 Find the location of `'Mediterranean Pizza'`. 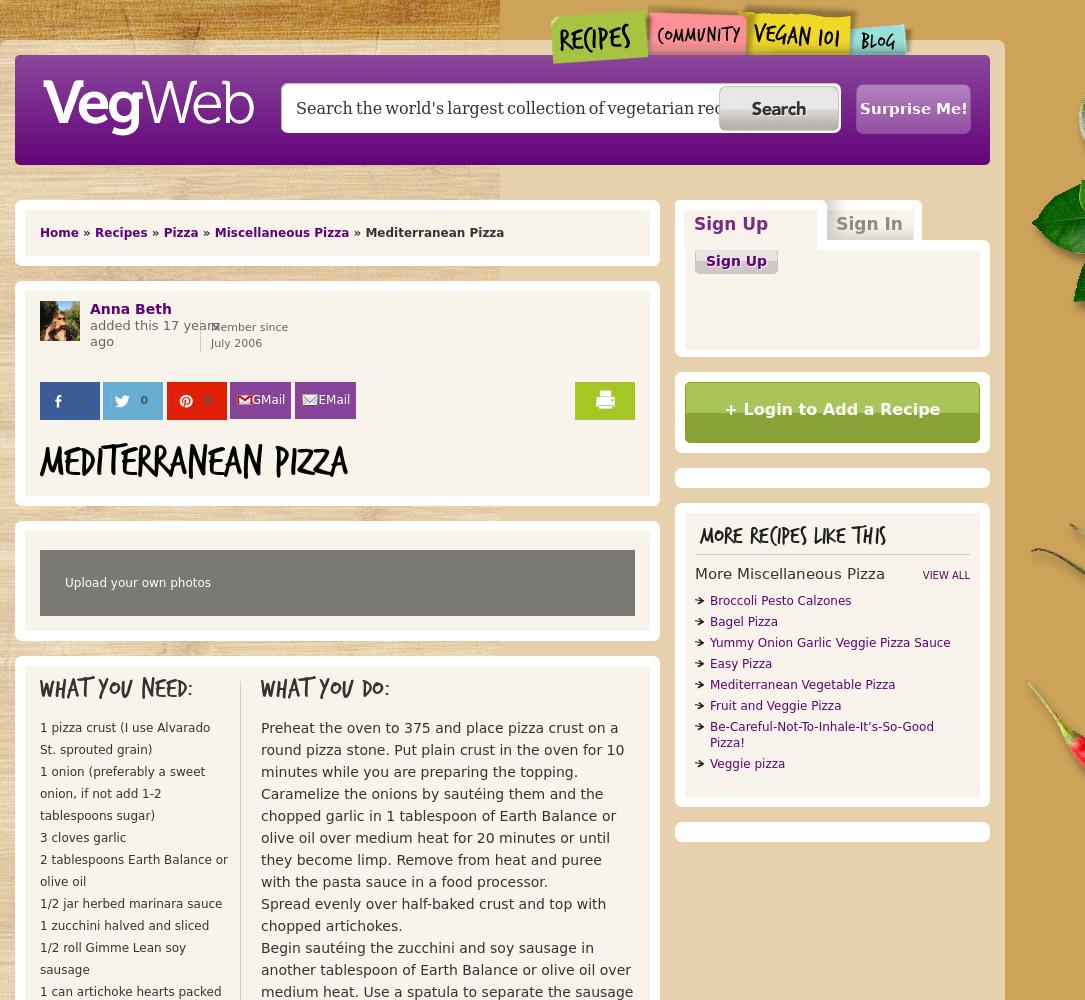

'Mediterranean Pizza' is located at coordinates (40, 462).